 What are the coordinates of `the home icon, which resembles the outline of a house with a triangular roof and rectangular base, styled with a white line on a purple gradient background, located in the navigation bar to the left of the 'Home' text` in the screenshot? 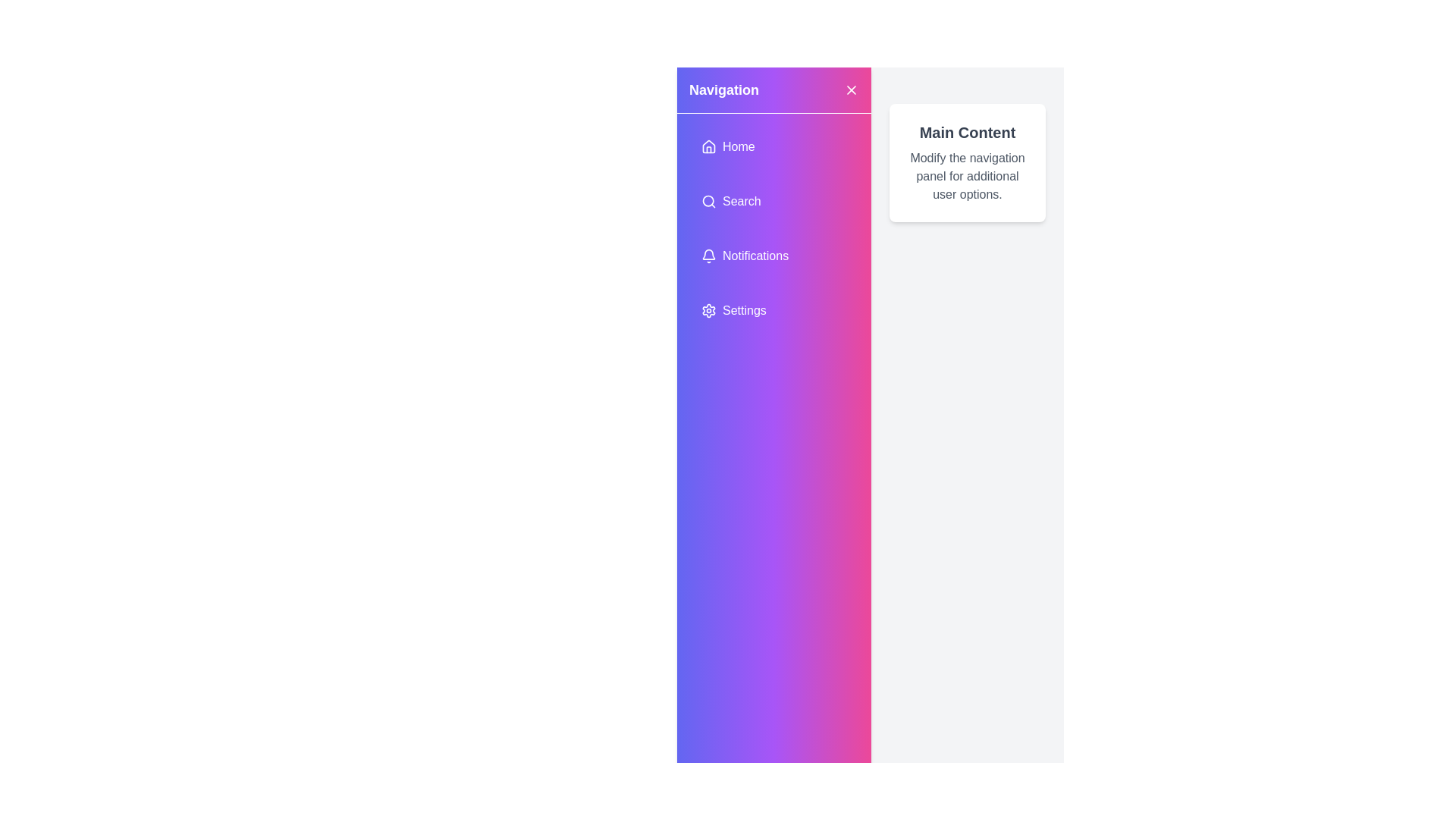 It's located at (708, 146).